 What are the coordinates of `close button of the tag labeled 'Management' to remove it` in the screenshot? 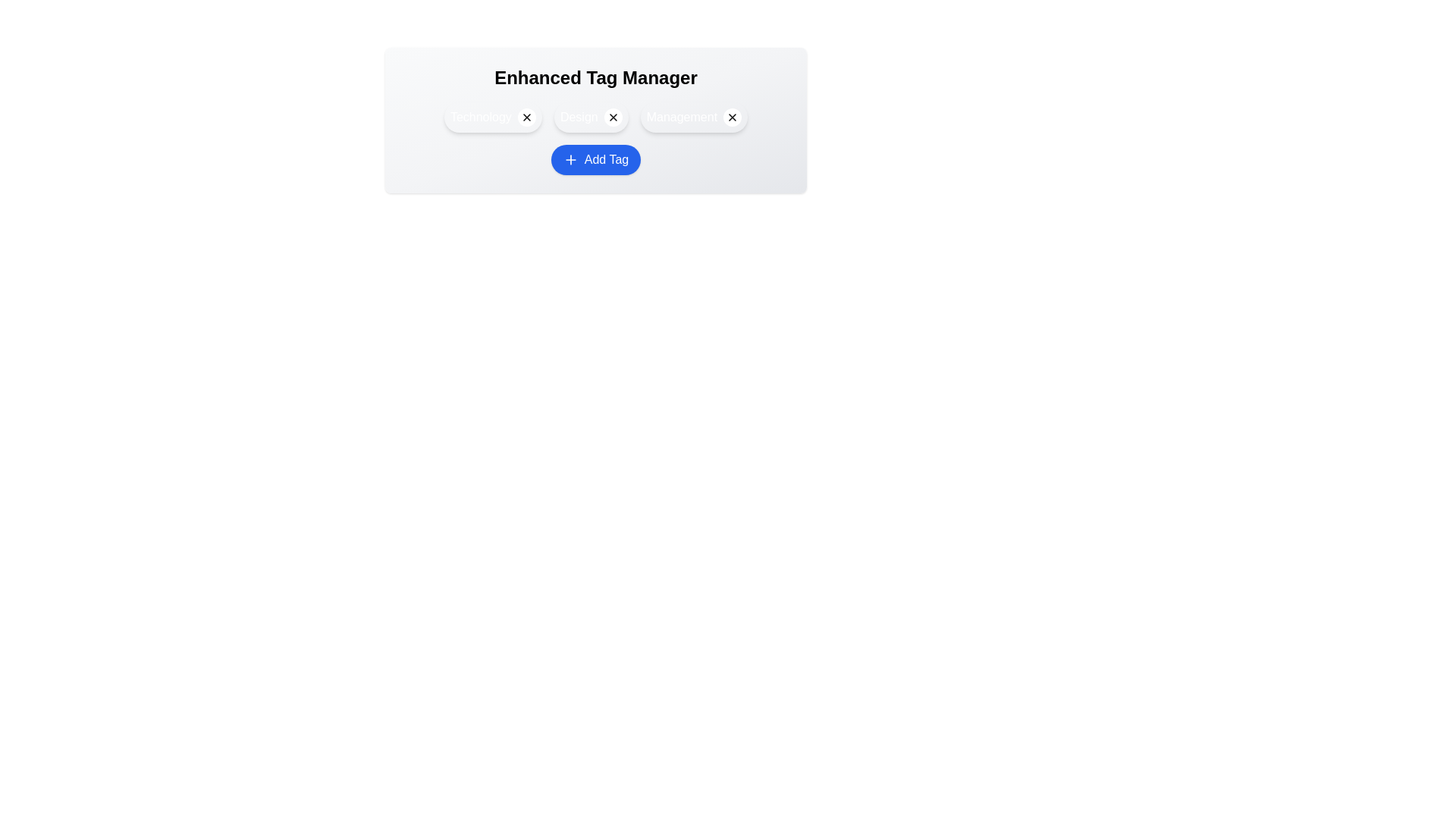 It's located at (733, 116).